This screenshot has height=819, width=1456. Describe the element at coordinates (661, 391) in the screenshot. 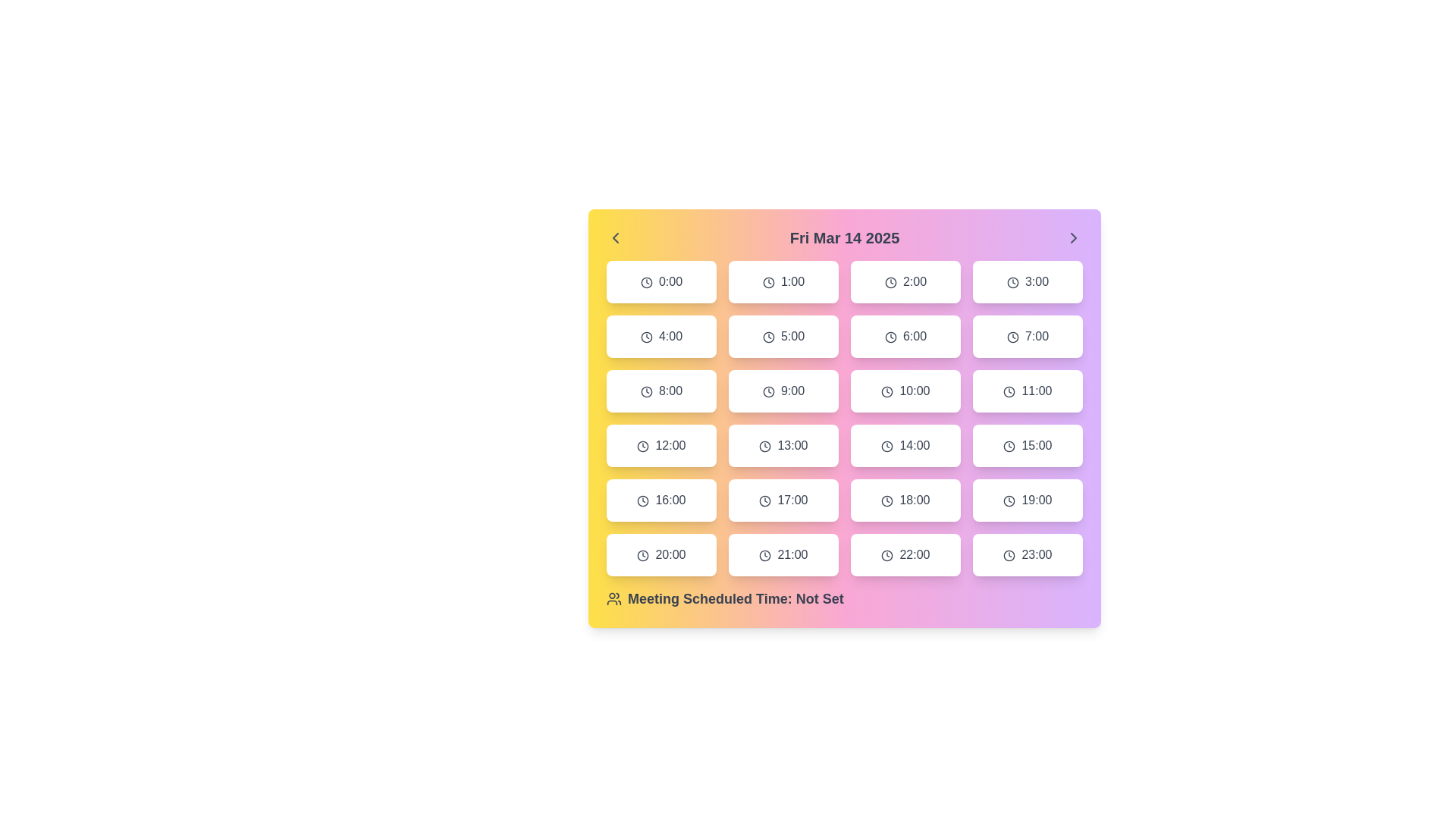

I see `the rectangular button displaying the time '8:00' with rounded corners for potential rearrangement` at that location.